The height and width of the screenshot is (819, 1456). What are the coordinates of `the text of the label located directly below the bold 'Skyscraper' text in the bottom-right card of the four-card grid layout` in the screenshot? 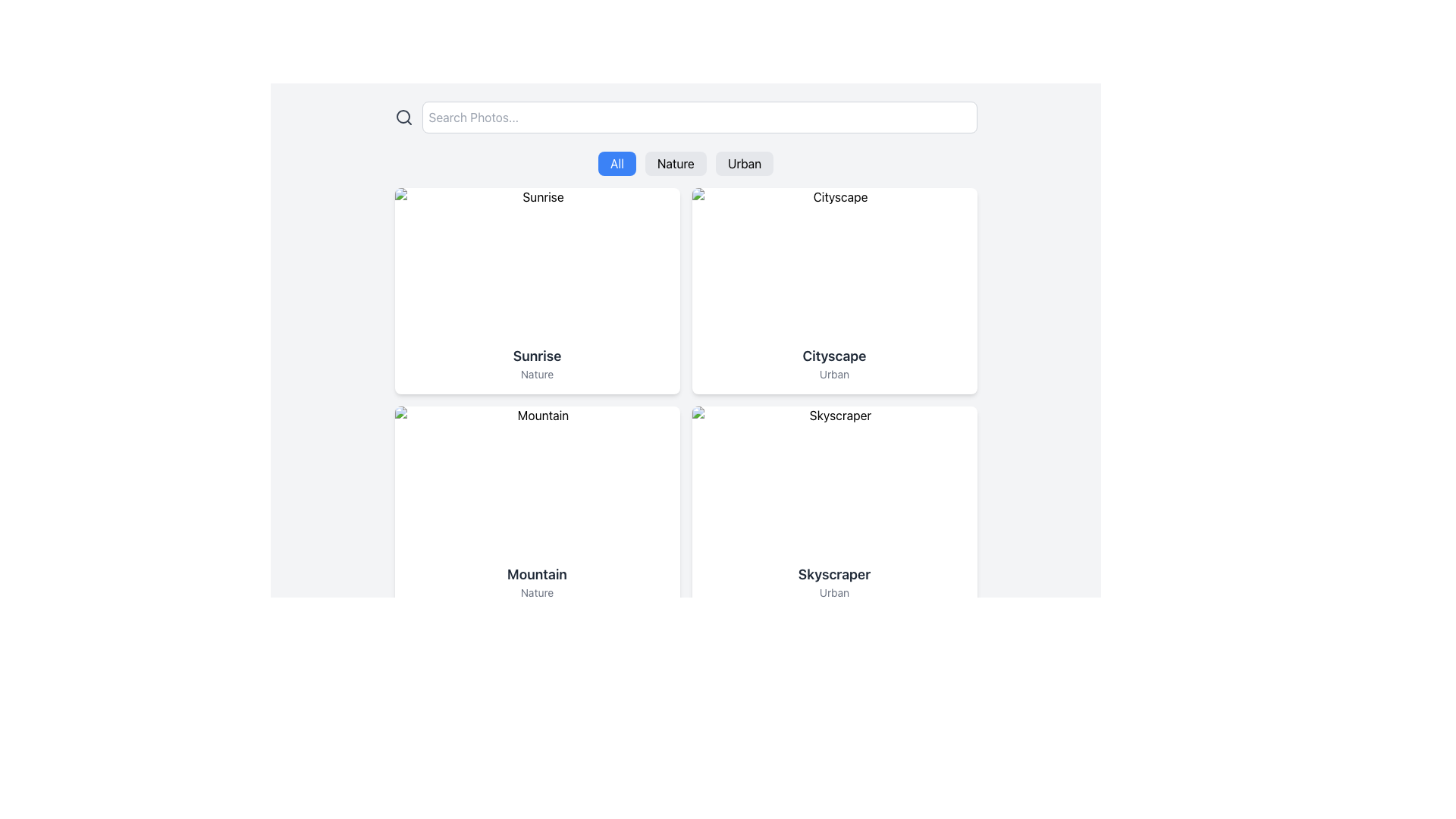 It's located at (833, 592).